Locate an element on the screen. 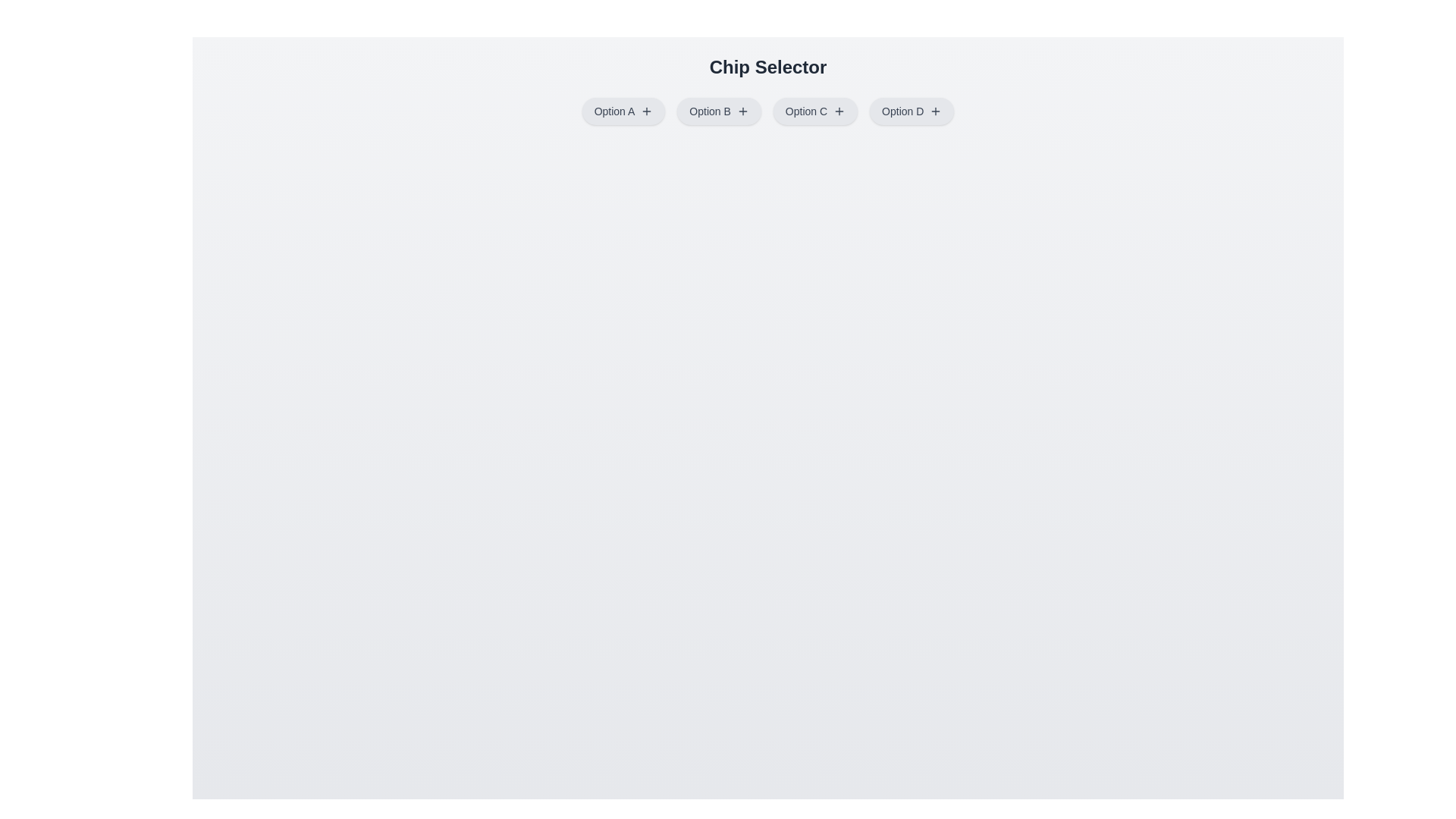 The image size is (1456, 819). the chip labeled Option A is located at coordinates (623, 110).